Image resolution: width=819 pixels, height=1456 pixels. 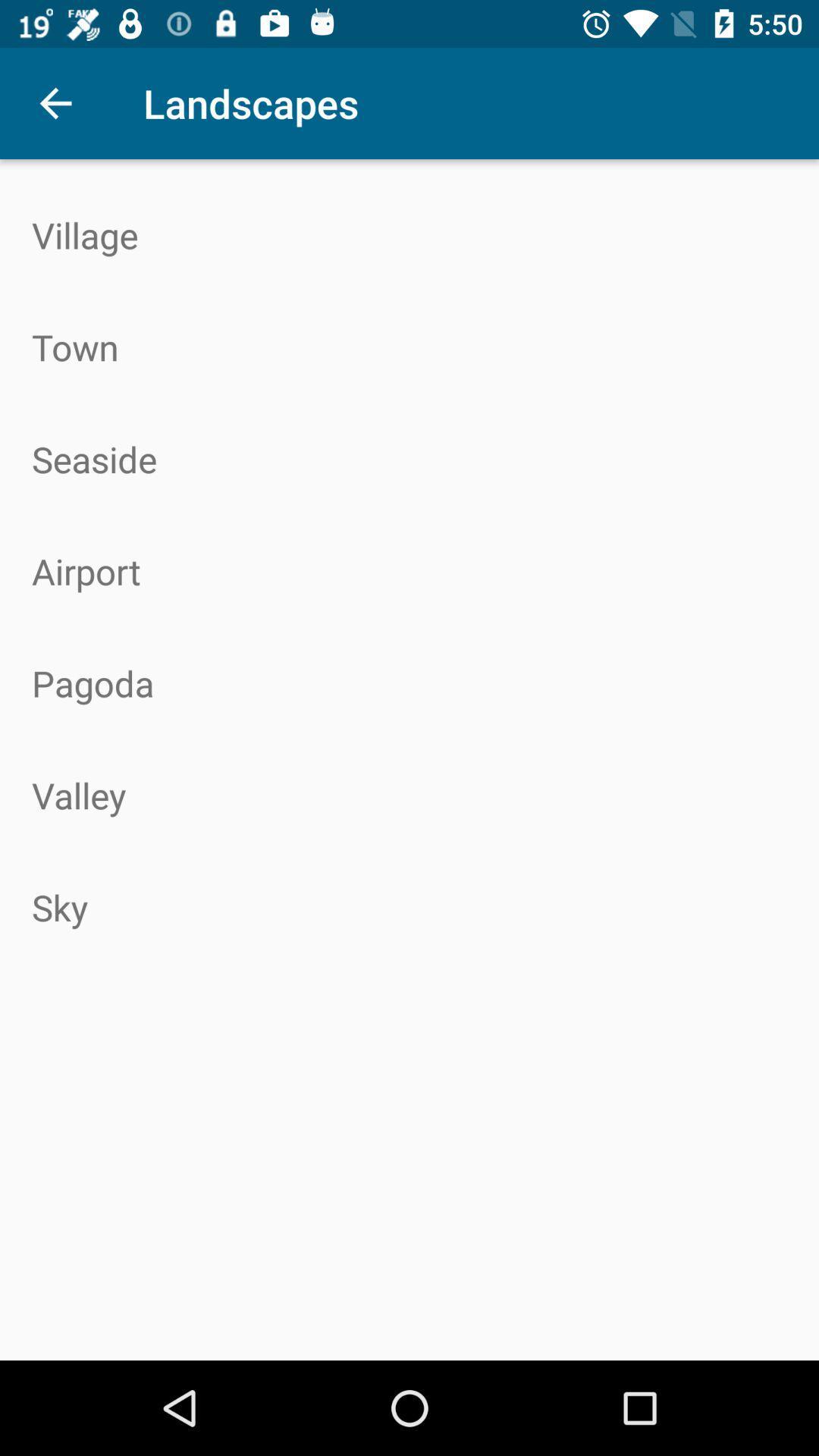 I want to click on town, so click(x=409, y=346).